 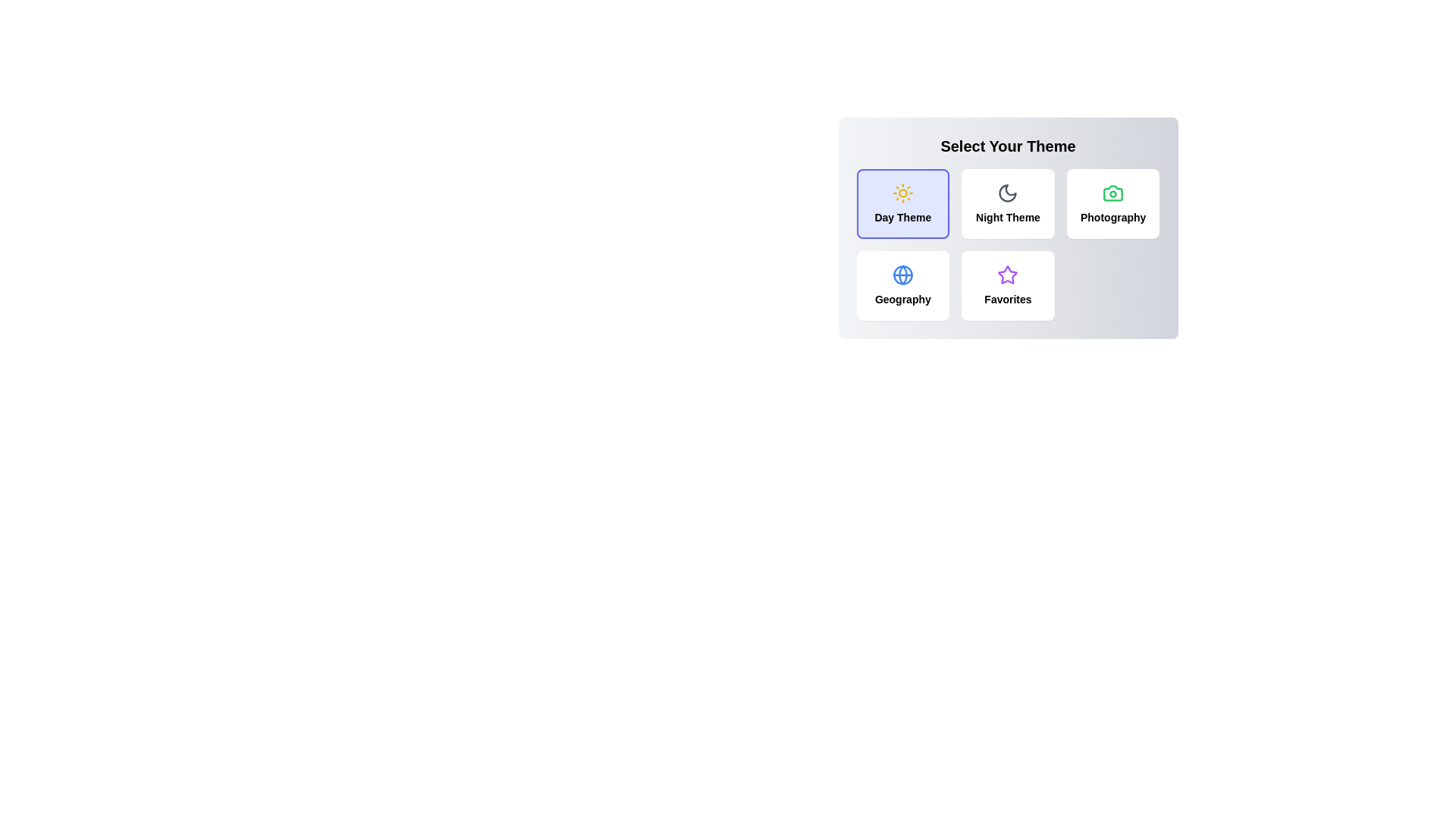 What do you see at coordinates (1113, 192) in the screenshot?
I see `the 'Photography' theme icon located in the top-right section of the 'Select Your Theme' dialog` at bounding box center [1113, 192].